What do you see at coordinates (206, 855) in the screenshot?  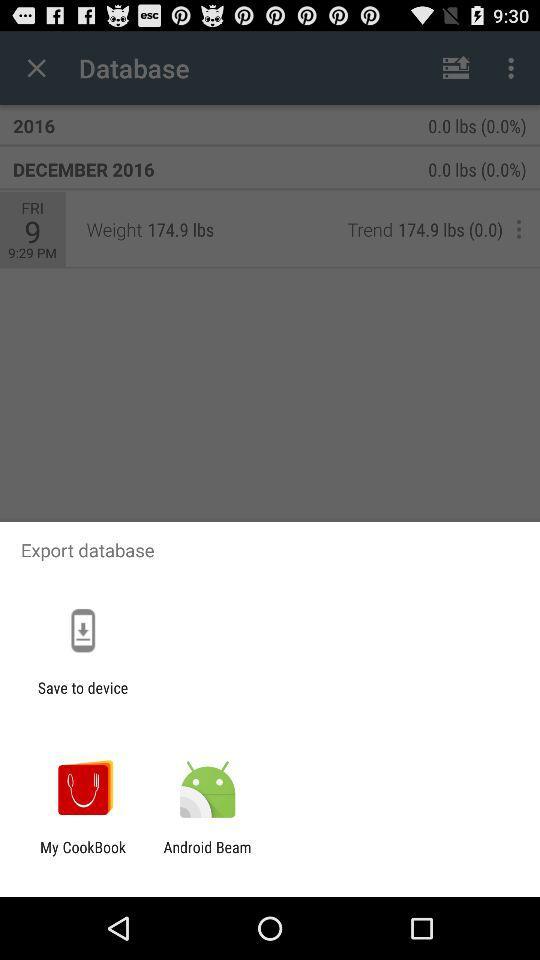 I see `the android beam` at bounding box center [206, 855].